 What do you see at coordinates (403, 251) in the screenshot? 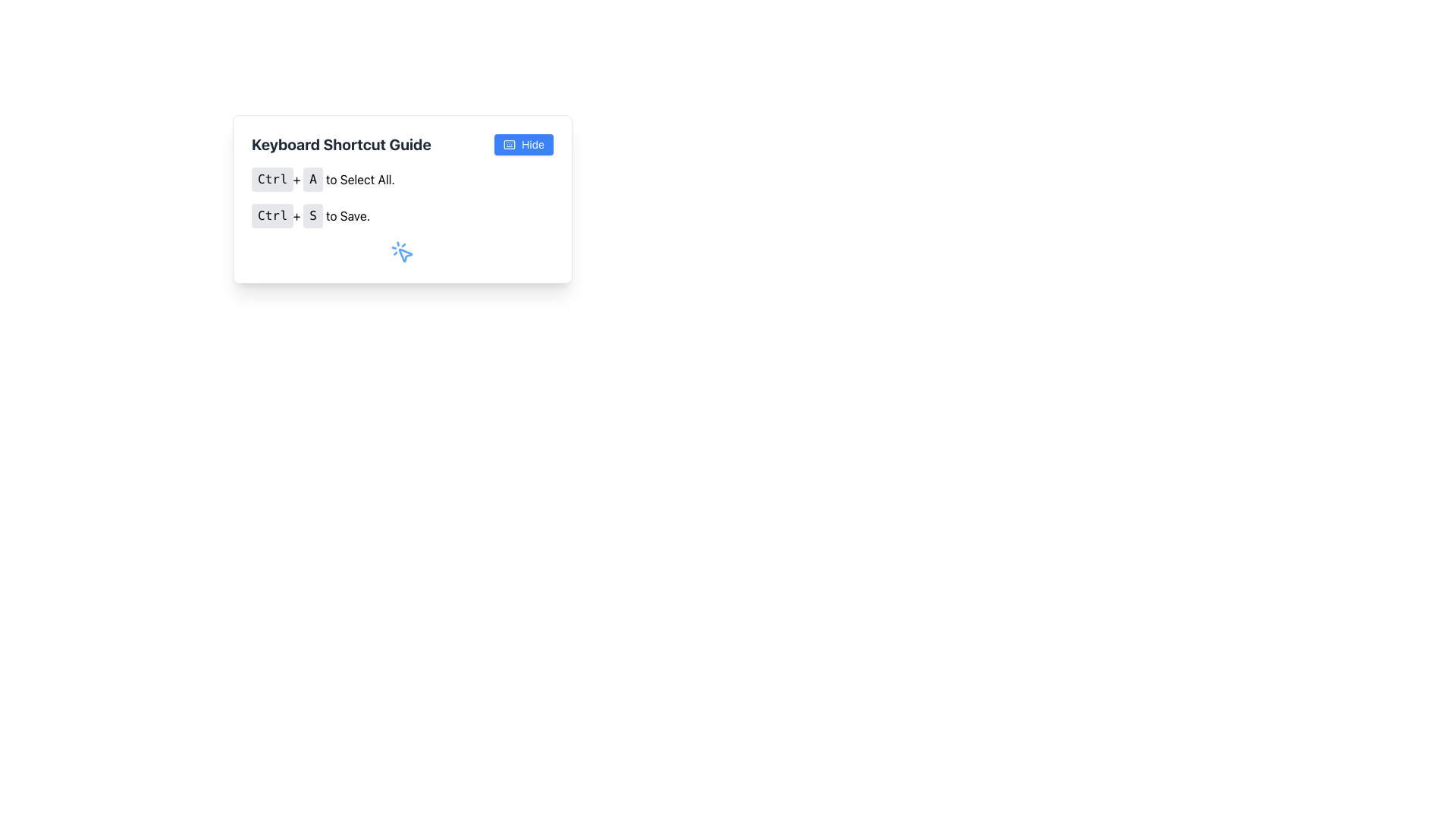
I see `the decorative graphic located at the bottom of the 'Keyboard Shortcut Guide' card, which is visually centered and serves to indicate an interaction point` at bounding box center [403, 251].